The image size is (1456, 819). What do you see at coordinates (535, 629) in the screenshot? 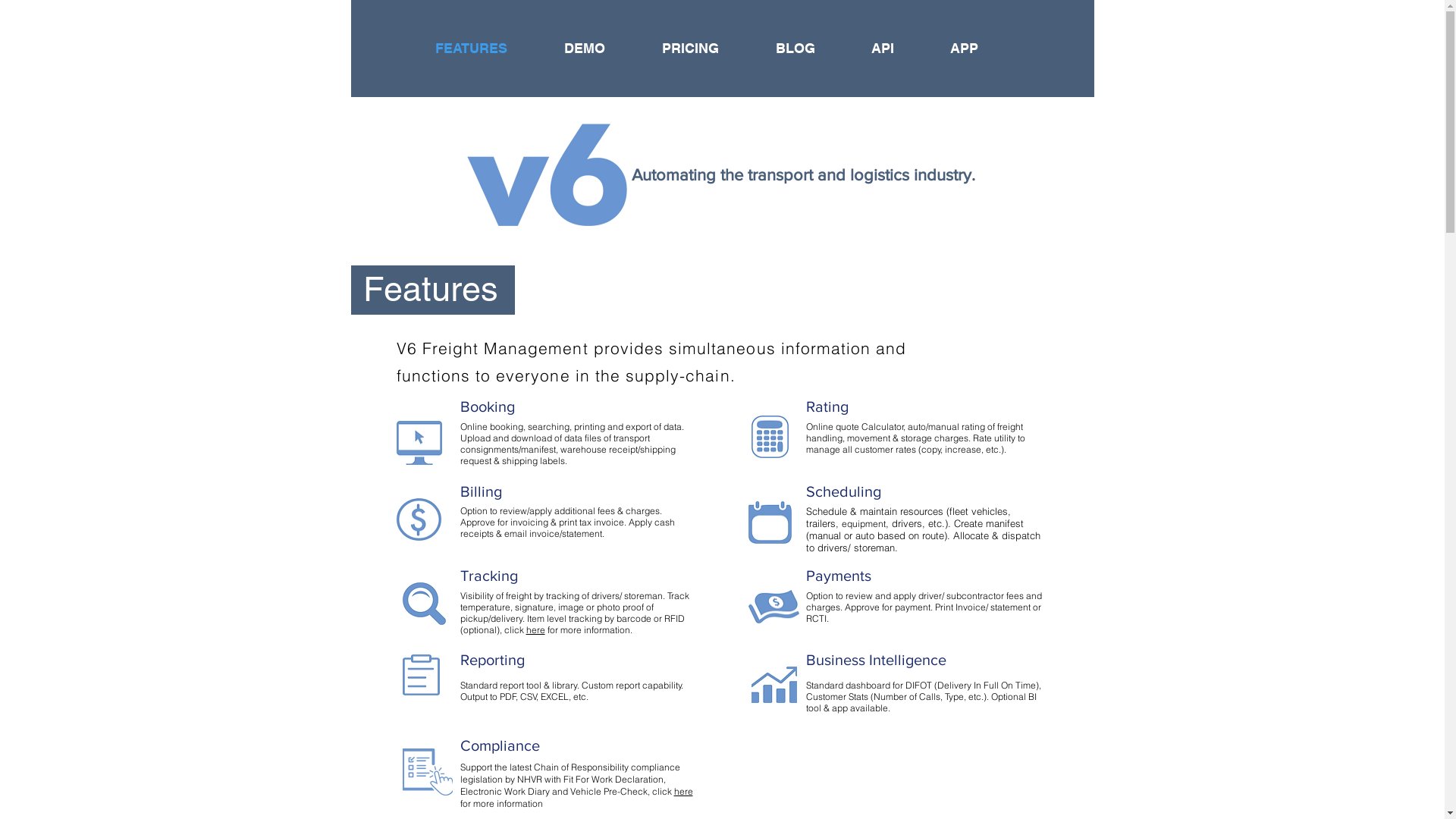
I see `'here'` at bounding box center [535, 629].